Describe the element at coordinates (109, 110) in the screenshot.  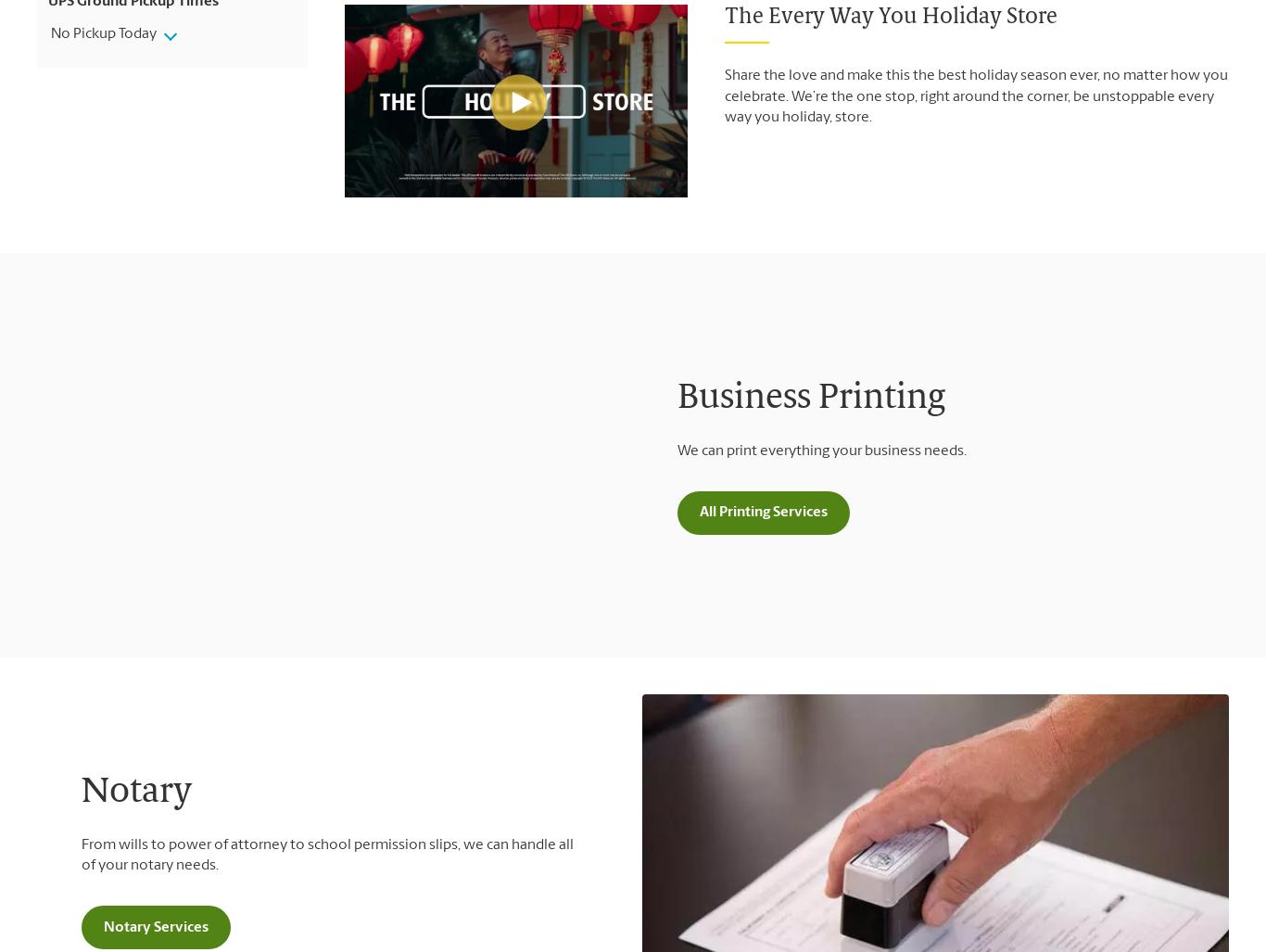
I see `'Read More'` at that location.